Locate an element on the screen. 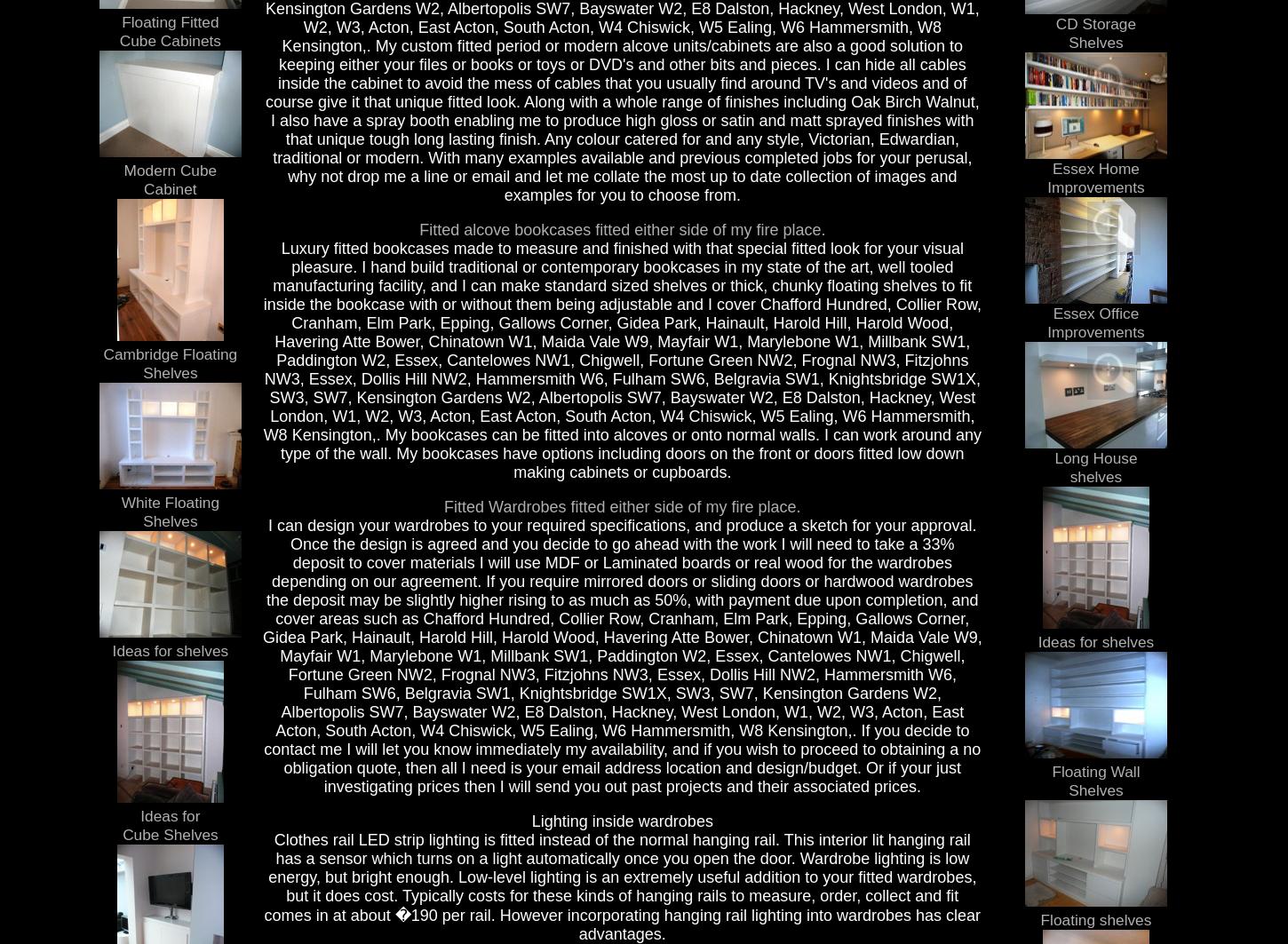 This screenshot has height=944, width=1288. 'Floating shelves' is located at coordinates (1039, 918).